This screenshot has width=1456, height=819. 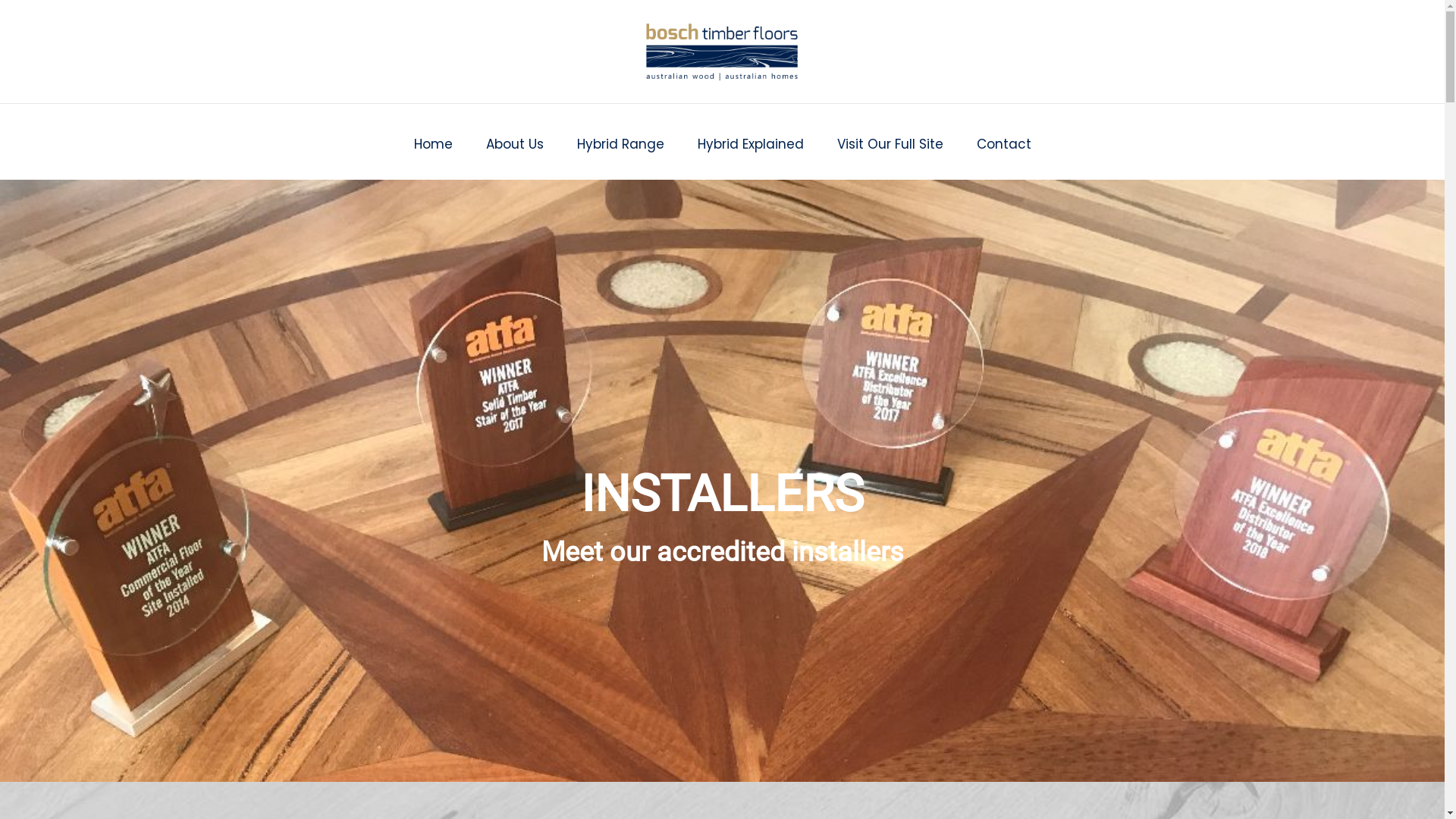 What do you see at coordinates (750, 140) in the screenshot?
I see `'Hybrid Explained'` at bounding box center [750, 140].